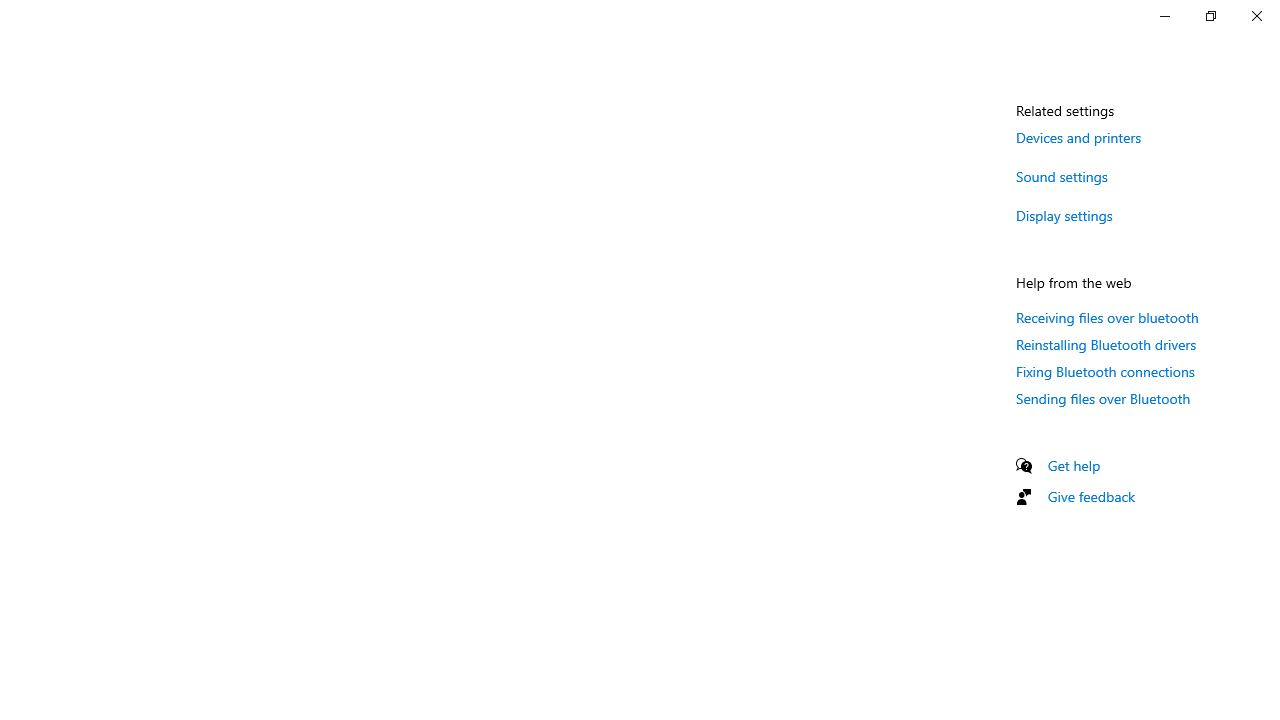 The height and width of the screenshot is (720, 1280). Describe the element at coordinates (1255, 15) in the screenshot. I see `'Close Settings'` at that location.